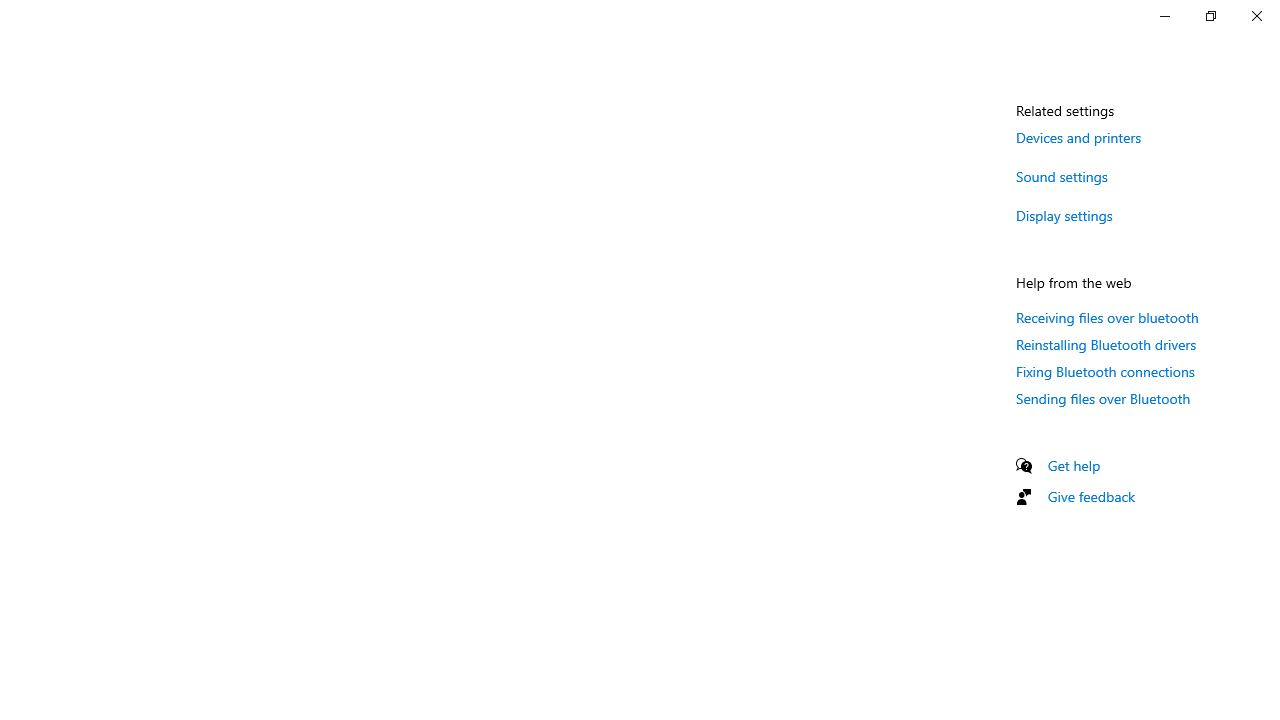 The height and width of the screenshot is (720, 1280). Describe the element at coordinates (1255, 15) in the screenshot. I see `'Close Settings'` at that location.